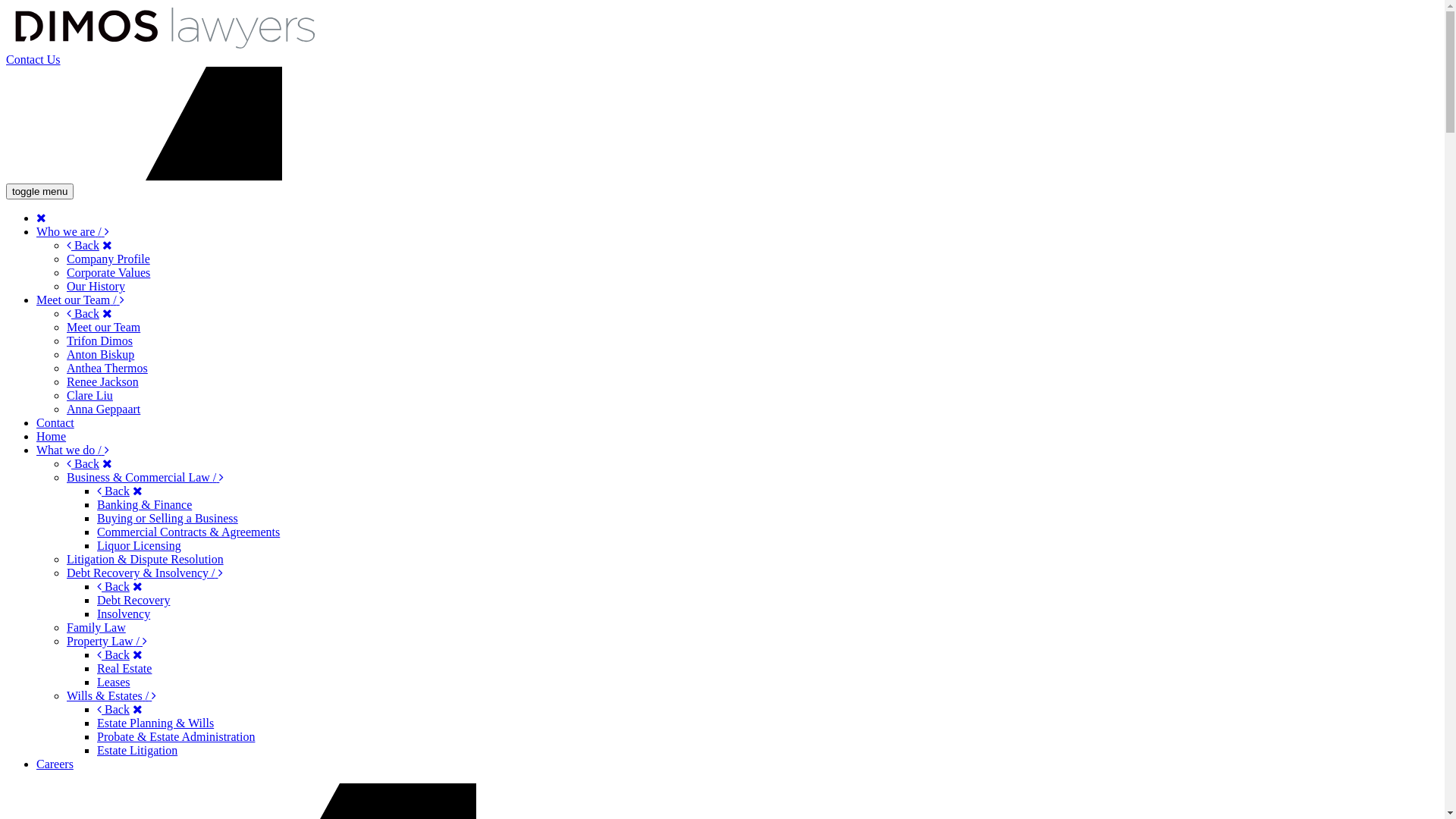 The image size is (1456, 819). What do you see at coordinates (51, 436) in the screenshot?
I see `'Home'` at bounding box center [51, 436].